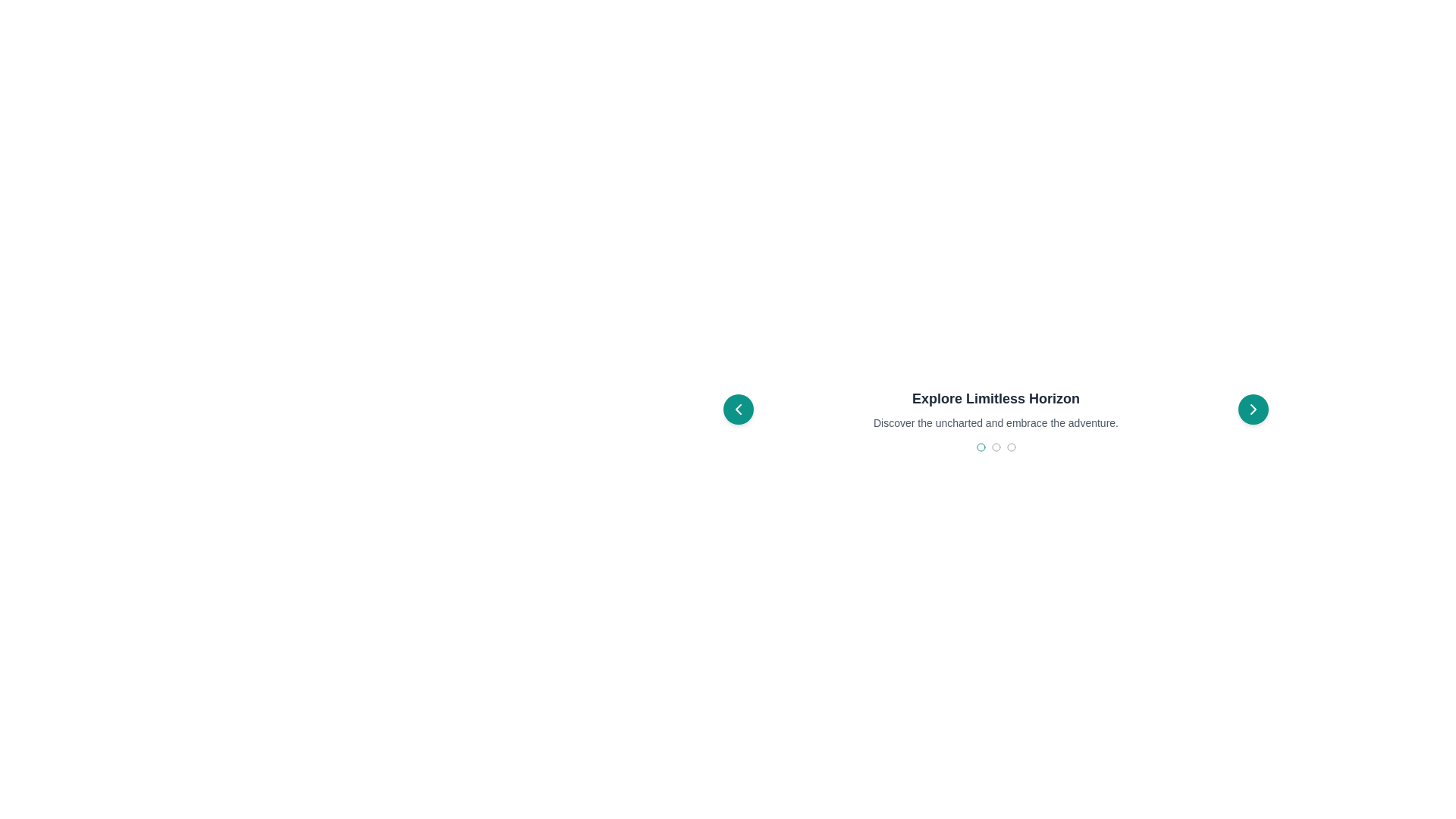 This screenshot has width=1456, height=819. I want to click on the headline 'Explore Limitless Horizon', so click(996, 420).